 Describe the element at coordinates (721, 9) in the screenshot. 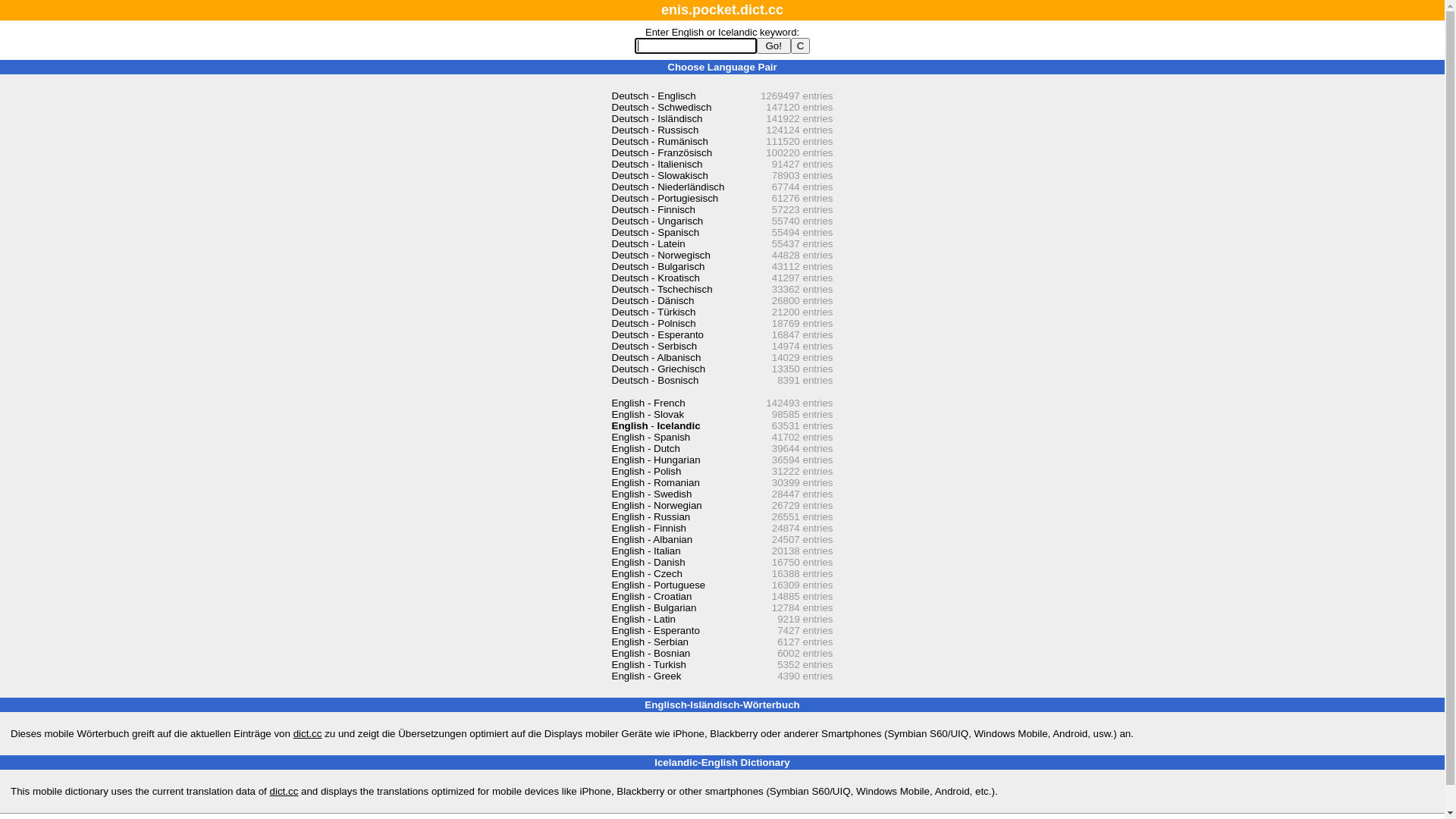

I see `'enis.pocket.dict.cc'` at that location.